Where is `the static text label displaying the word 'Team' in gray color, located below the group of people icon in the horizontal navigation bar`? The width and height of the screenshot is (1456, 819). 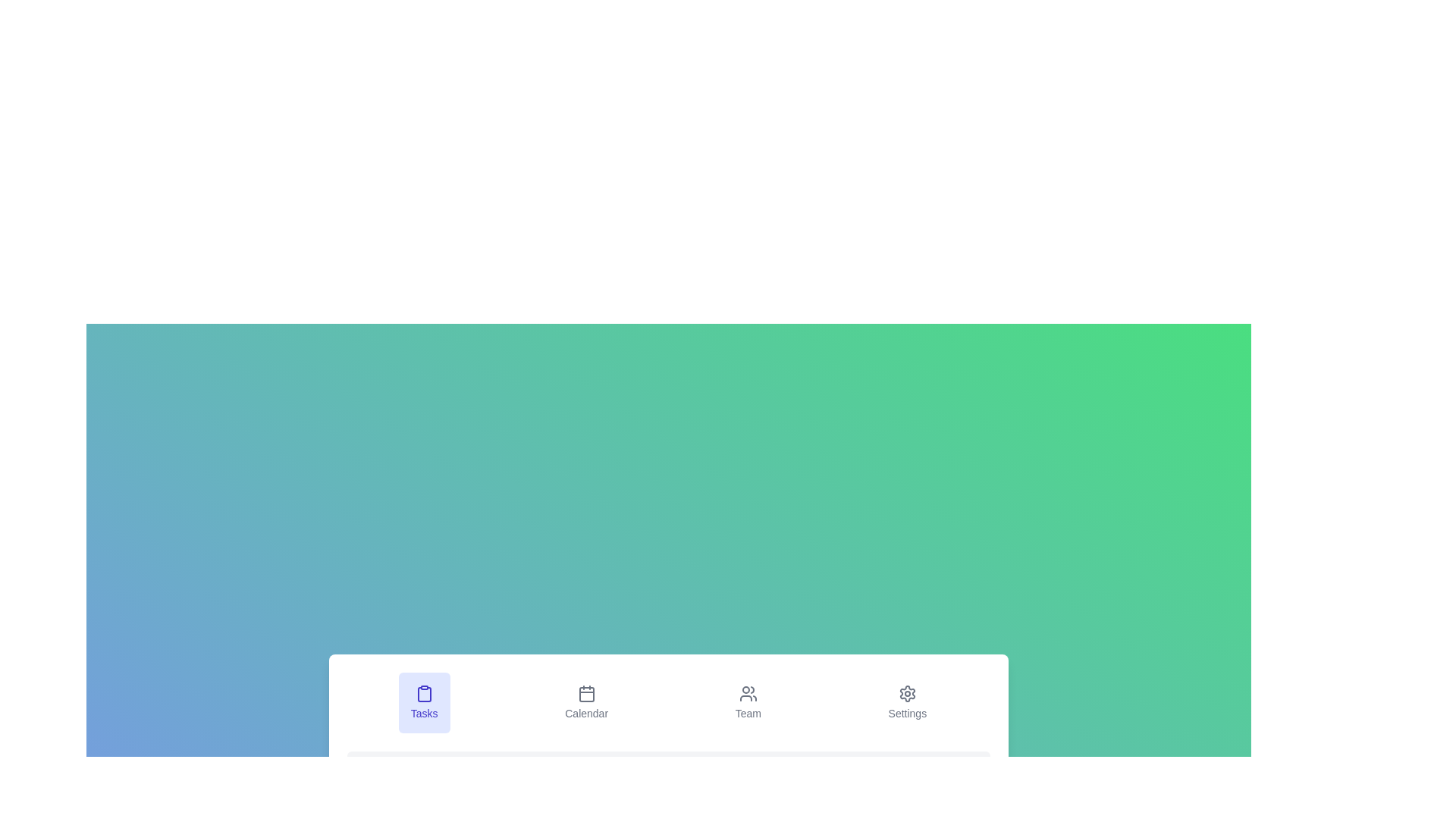 the static text label displaying the word 'Team' in gray color, located below the group of people icon in the horizontal navigation bar is located at coordinates (748, 714).